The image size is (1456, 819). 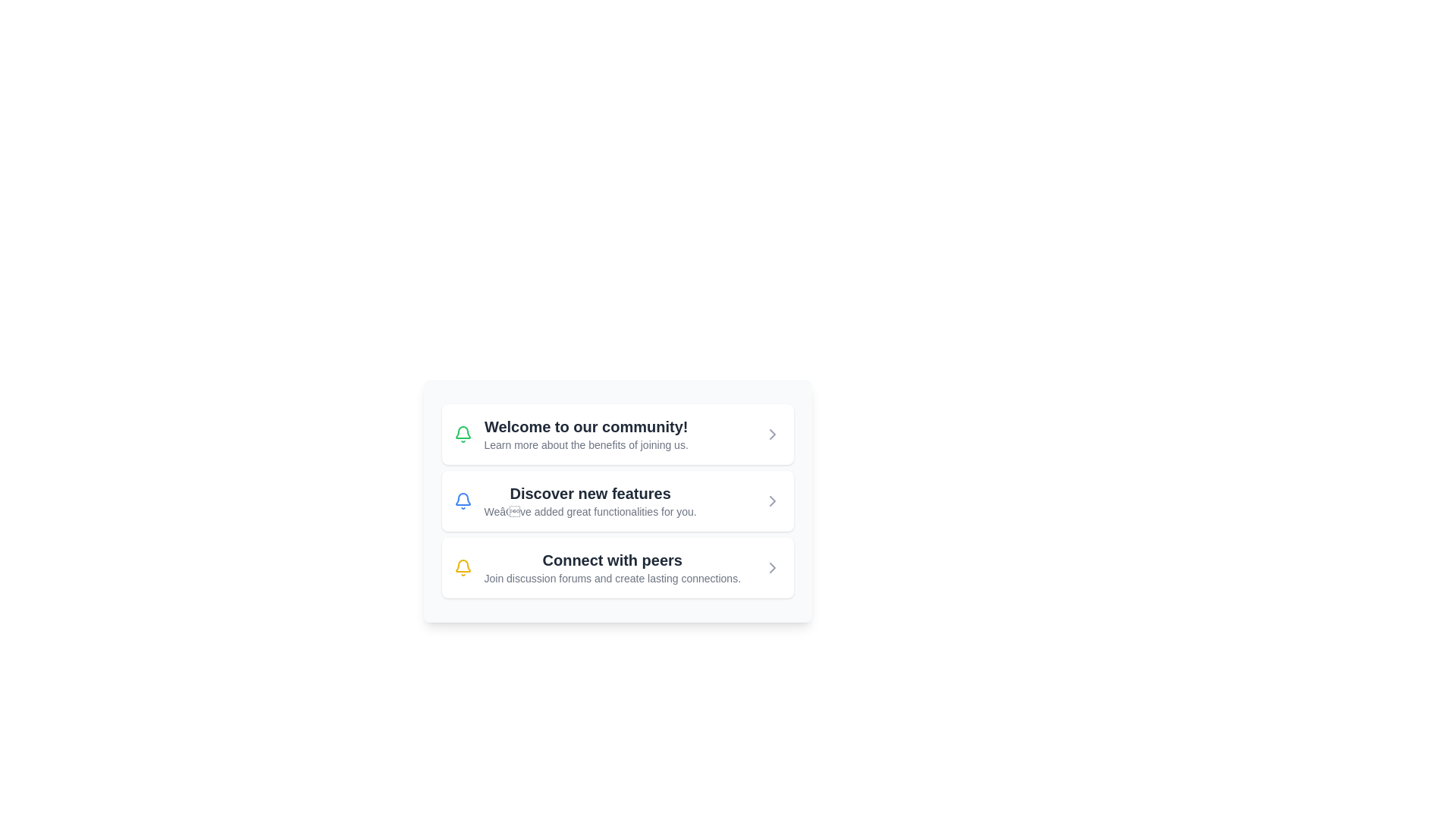 What do you see at coordinates (612, 560) in the screenshot?
I see `text displayed in bold, large font saying 'Connect with peers', which is centrally aligned within the card component, positioned below the title section and above the descriptive text` at bounding box center [612, 560].